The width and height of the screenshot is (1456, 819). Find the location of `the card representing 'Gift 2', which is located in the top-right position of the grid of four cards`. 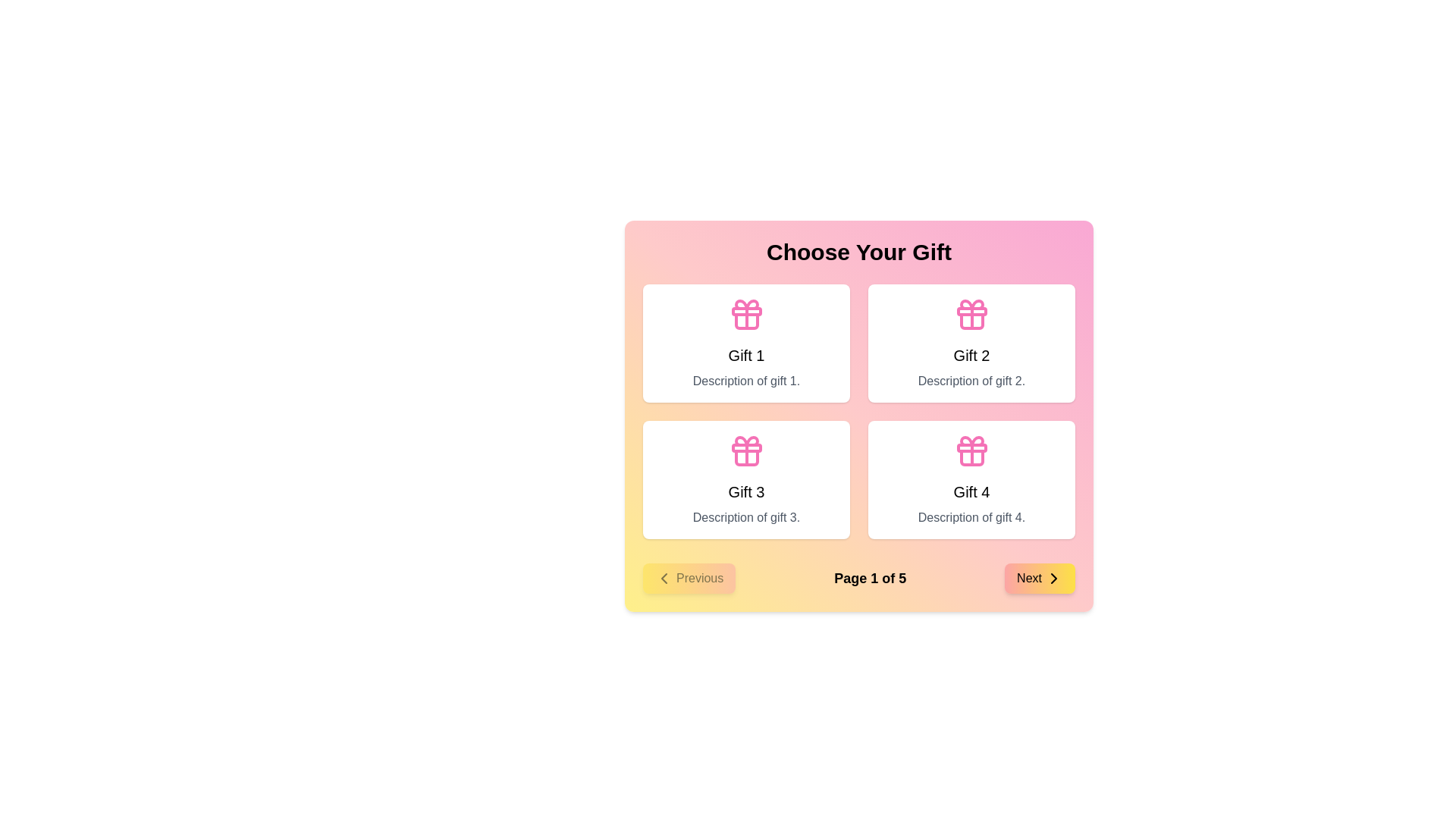

the card representing 'Gift 2', which is located in the top-right position of the grid of four cards is located at coordinates (971, 343).